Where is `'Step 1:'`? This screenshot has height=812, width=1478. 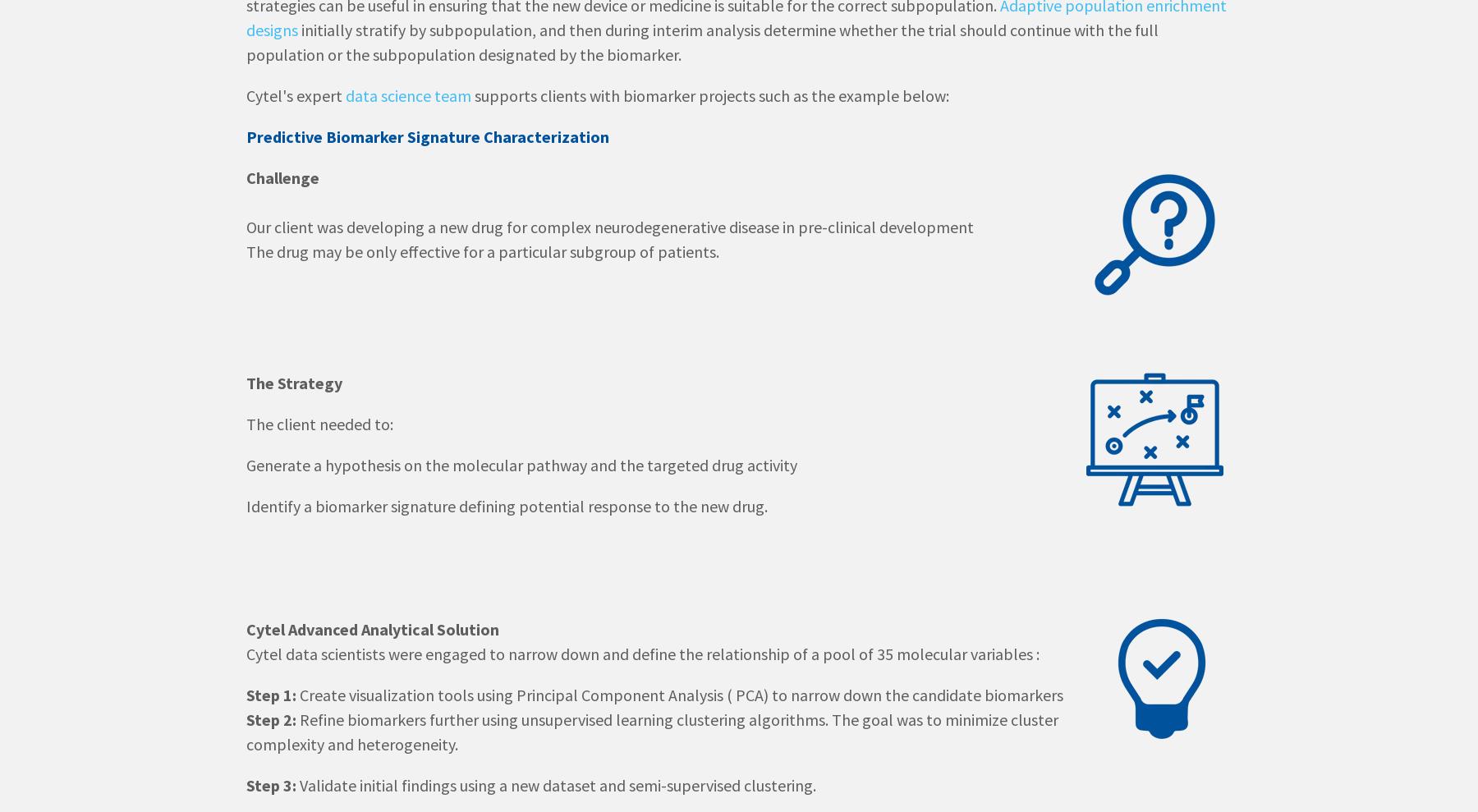
'Step 1:' is located at coordinates (270, 695).